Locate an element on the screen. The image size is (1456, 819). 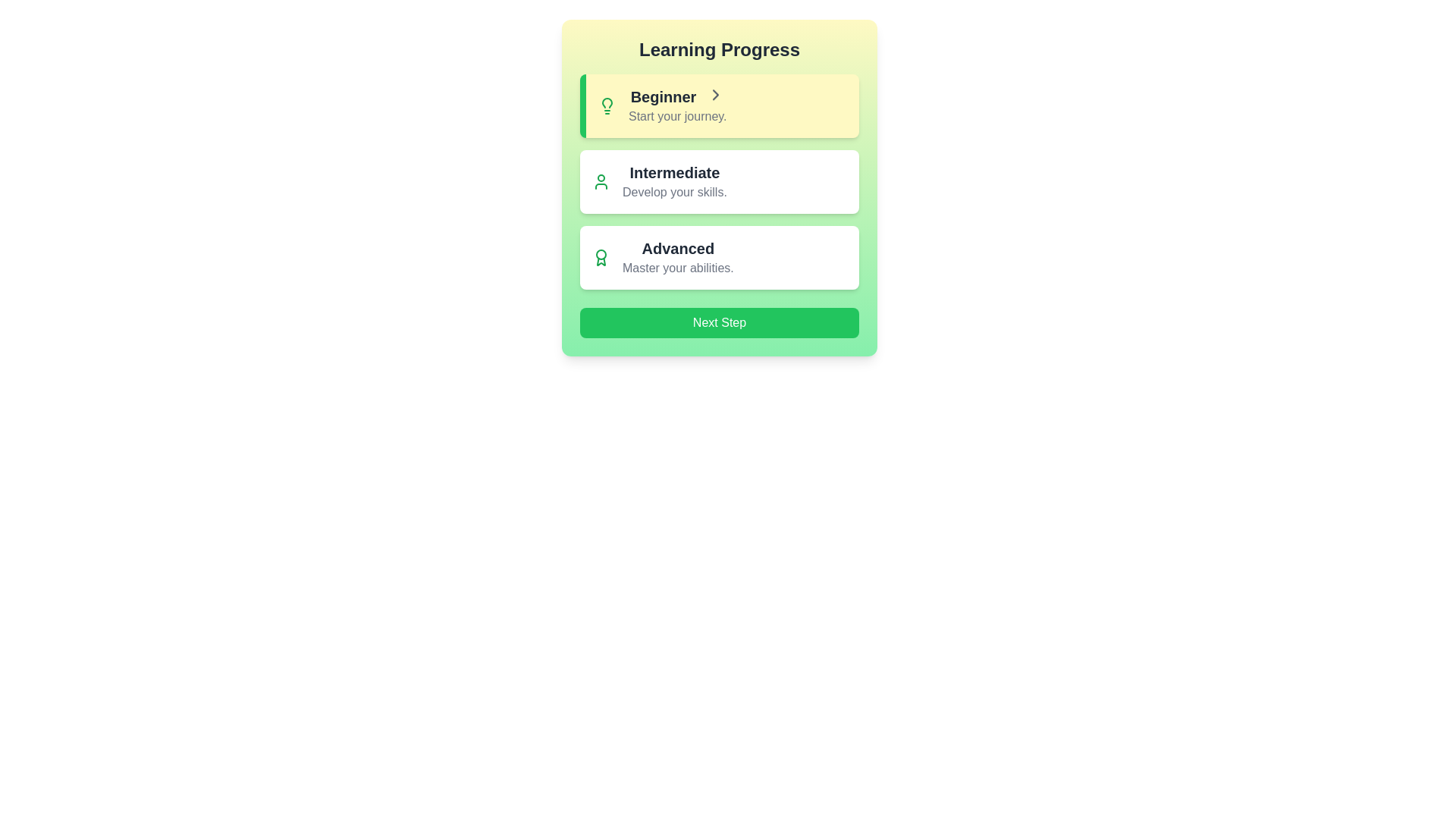
the 'Beginner' text label, which serves as the introductory title for the learning level, located at the top of the learning levels section is located at coordinates (676, 96).